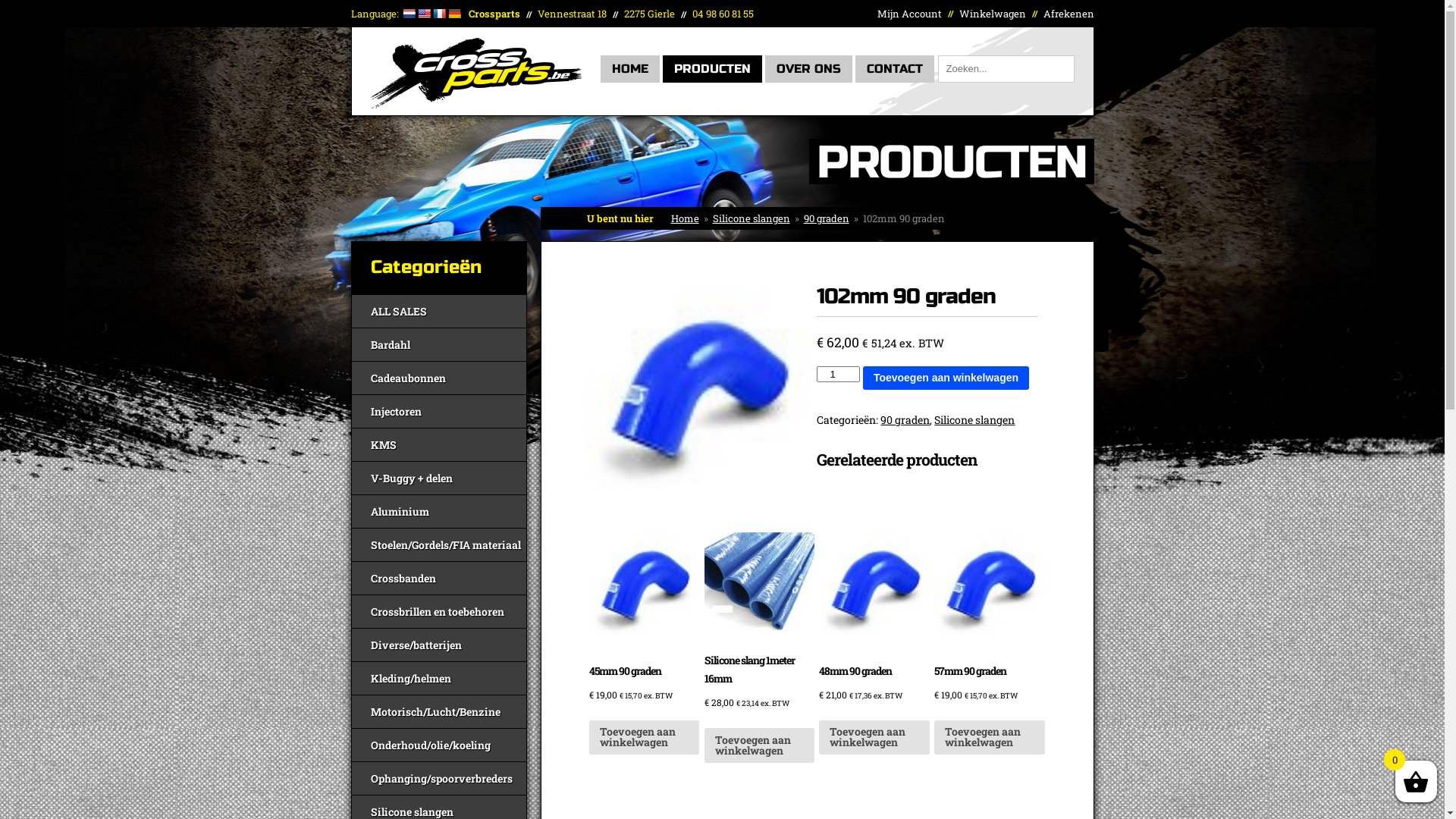 The width and height of the screenshot is (1456, 819). What do you see at coordinates (351, 511) in the screenshot?
I see `'Aluminium'` at bounding box center [351, 511].